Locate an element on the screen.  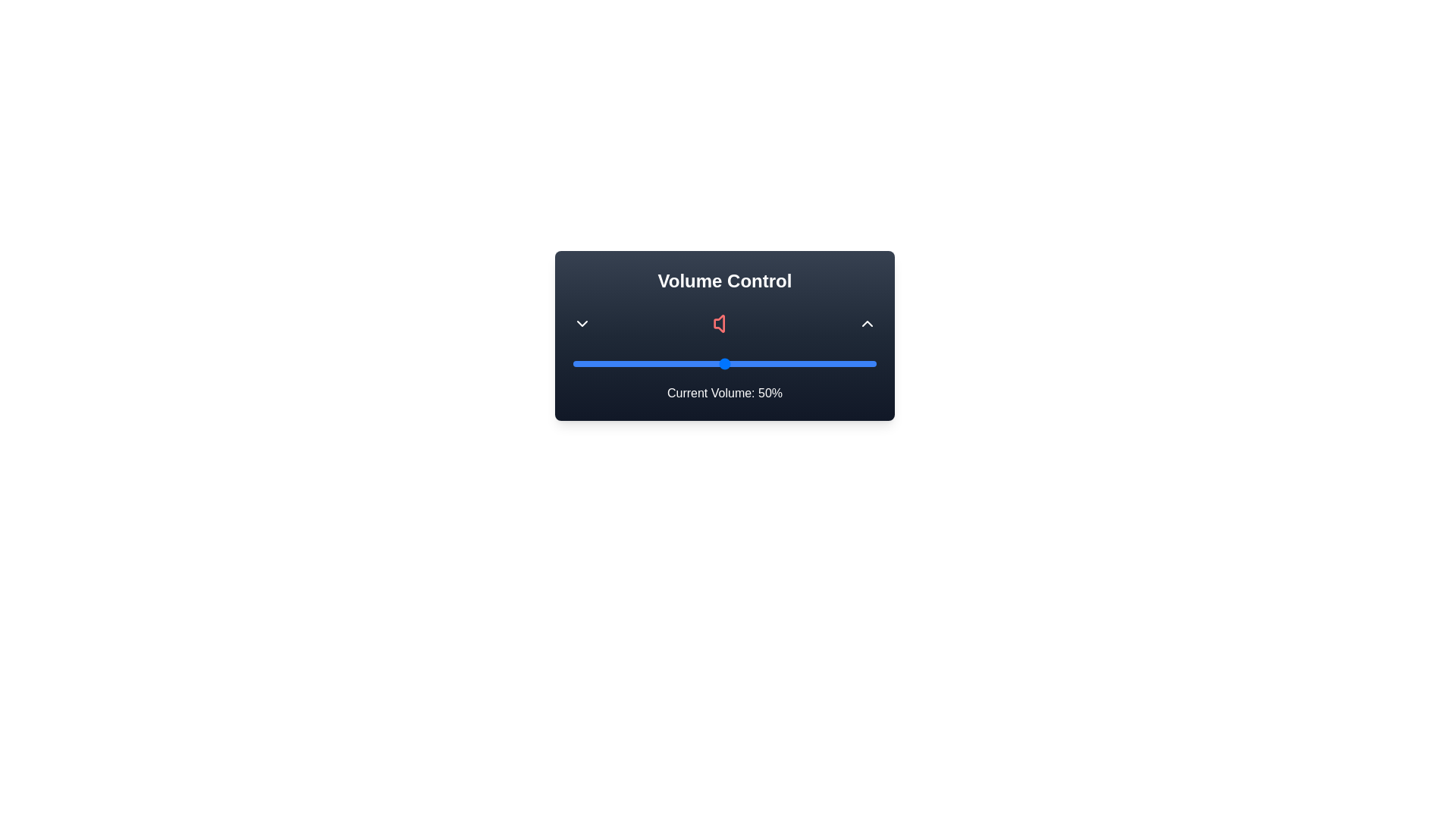
the volume icon to toggle mute/unmute is located at coordinates (723, 323).